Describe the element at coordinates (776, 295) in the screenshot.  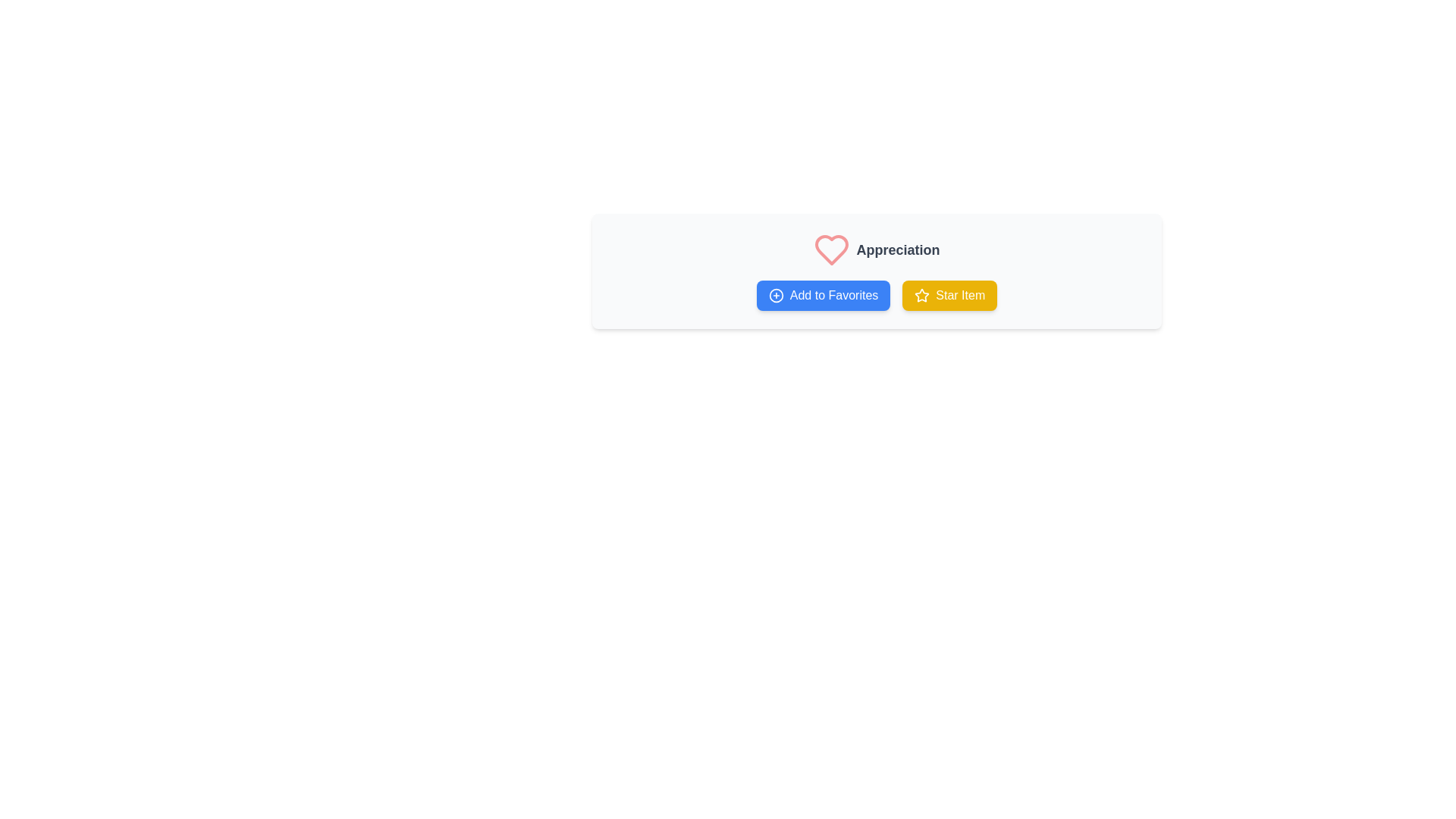
I see `the icon to the left of the 'Add to Favorites' button, which symbolizes addition or inclusion` at that location.